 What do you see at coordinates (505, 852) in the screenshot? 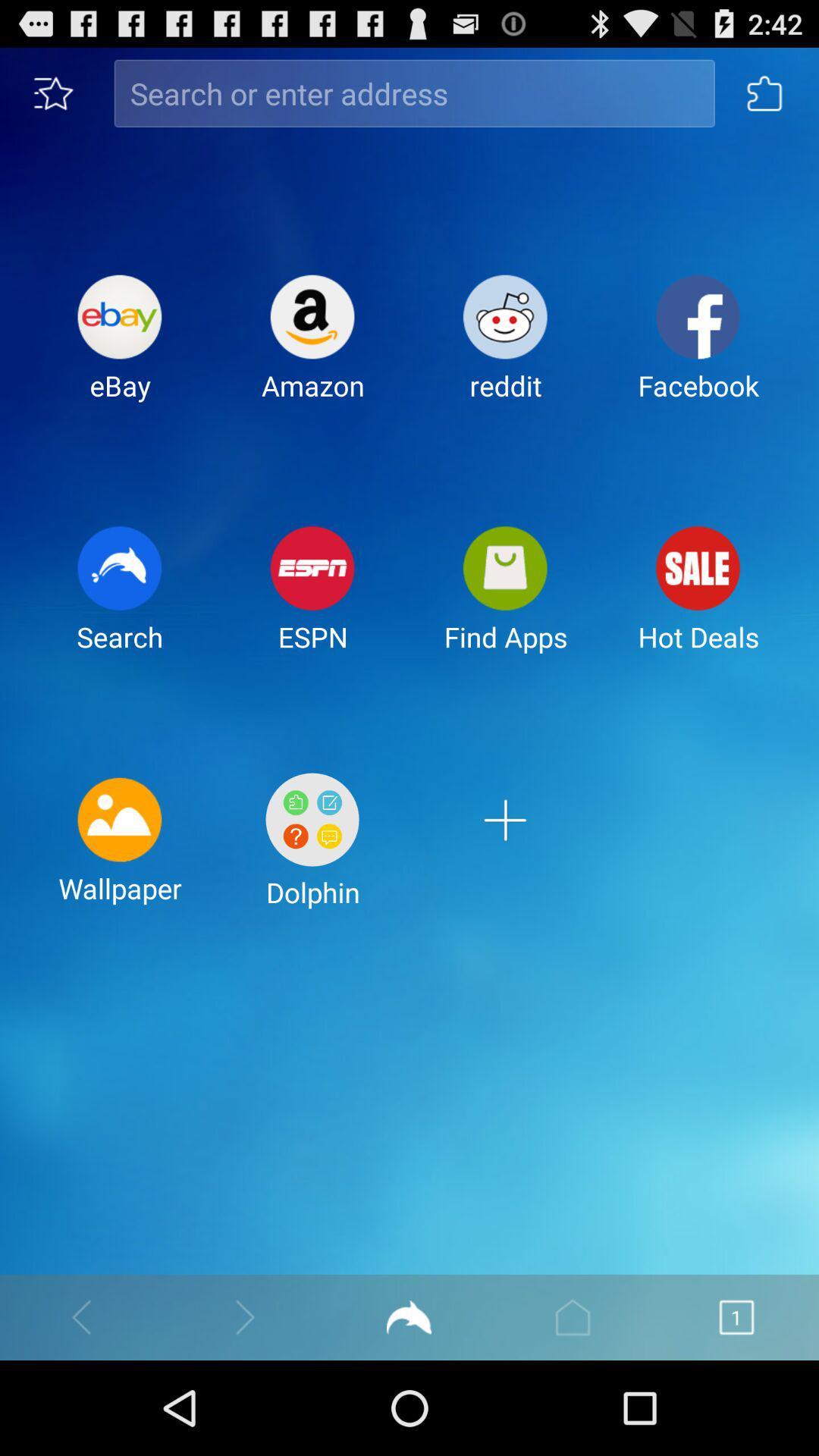
I see `new app` at bounding box center [505, 852].